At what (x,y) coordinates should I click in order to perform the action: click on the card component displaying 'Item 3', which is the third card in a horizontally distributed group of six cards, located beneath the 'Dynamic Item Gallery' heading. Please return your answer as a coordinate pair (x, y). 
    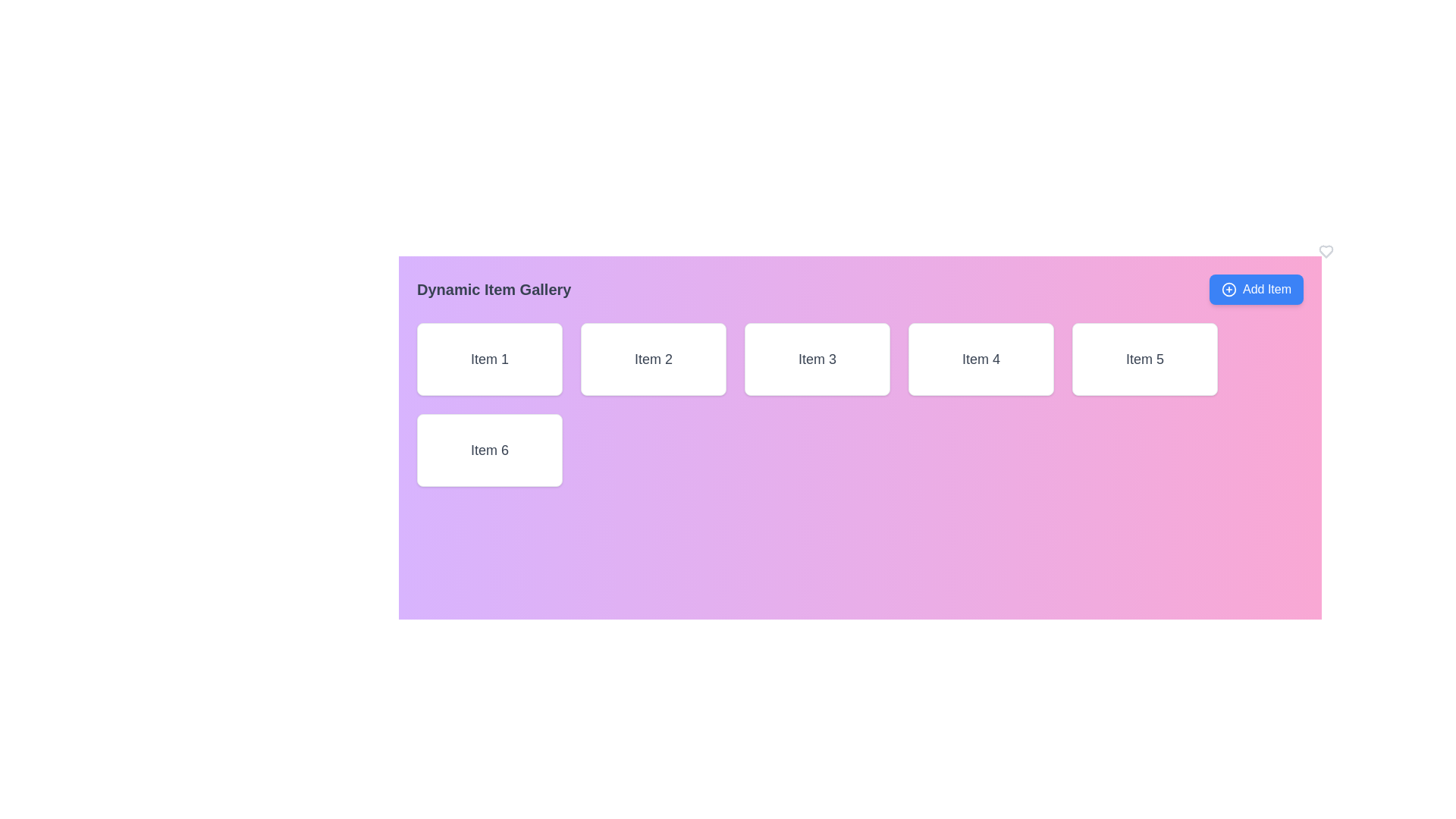
    Looking at the image, I should click on (817, 359).